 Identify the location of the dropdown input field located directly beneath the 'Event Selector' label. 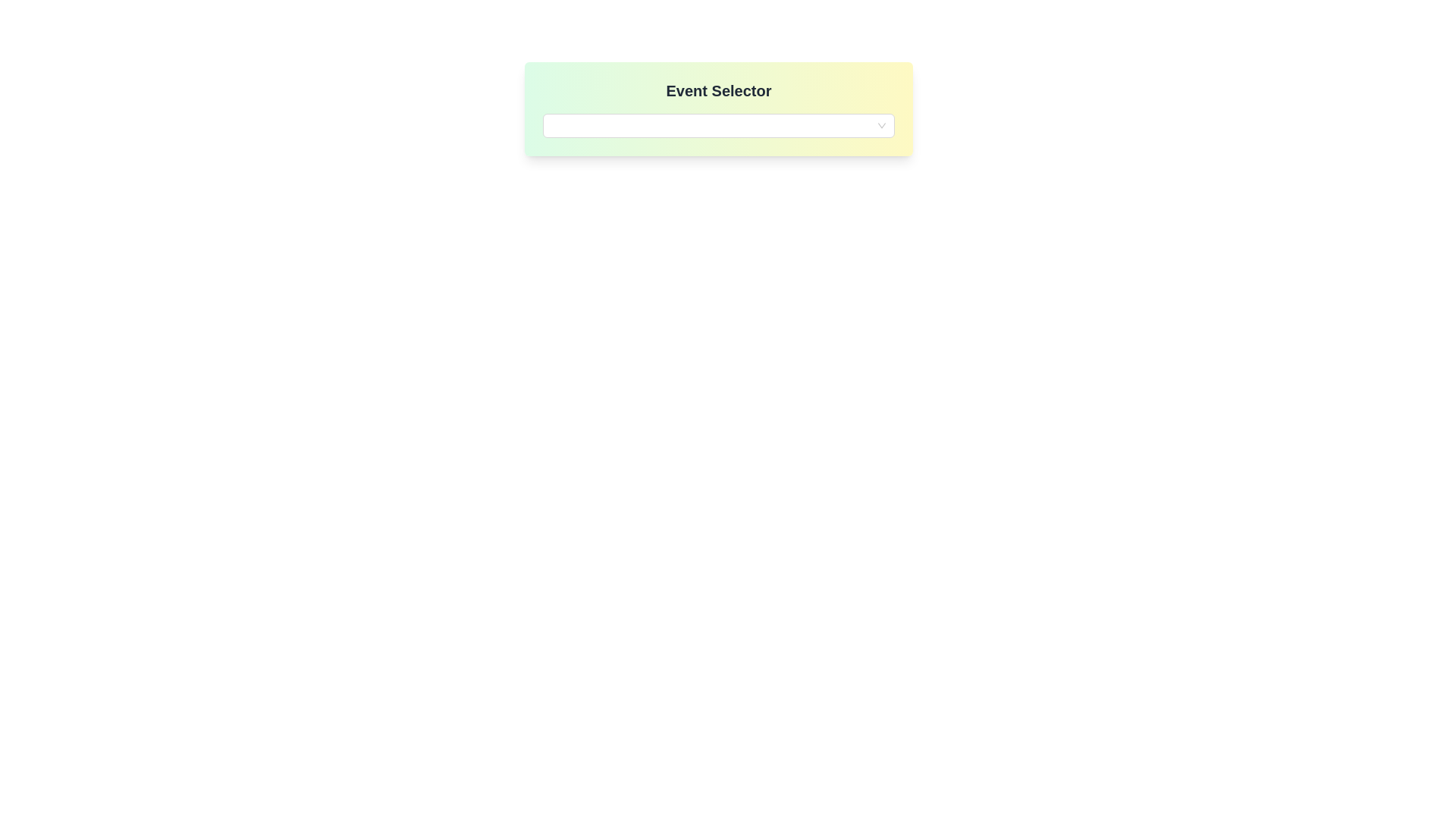
(718, 124).